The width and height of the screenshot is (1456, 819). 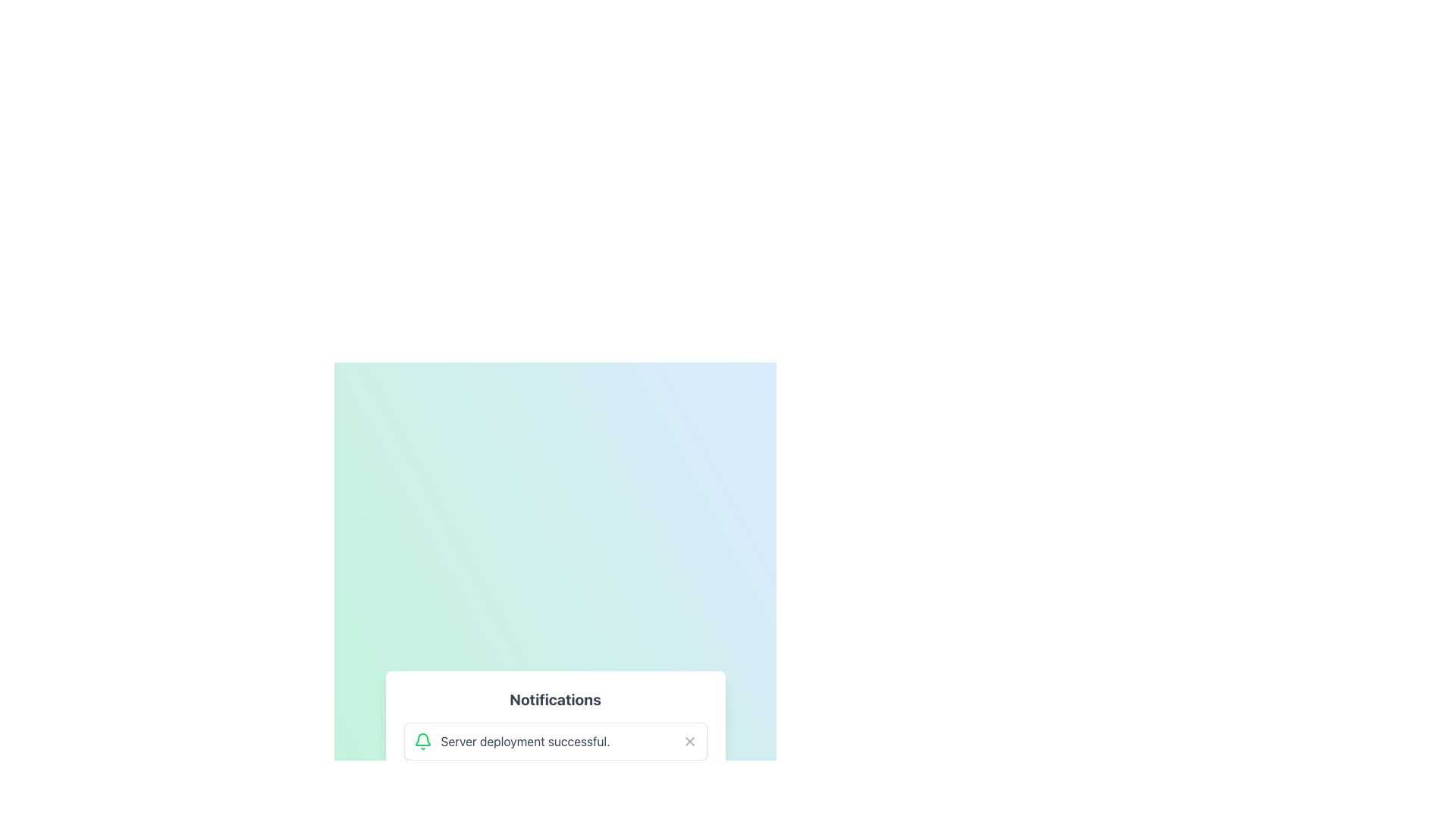 What do you see at coordinates (526, 741) in the screenshot?
I see `the text label displaying 'Server deployment successful.' which is located to the right of a green bell icon in the notification area` at bounding box center [526, 741].